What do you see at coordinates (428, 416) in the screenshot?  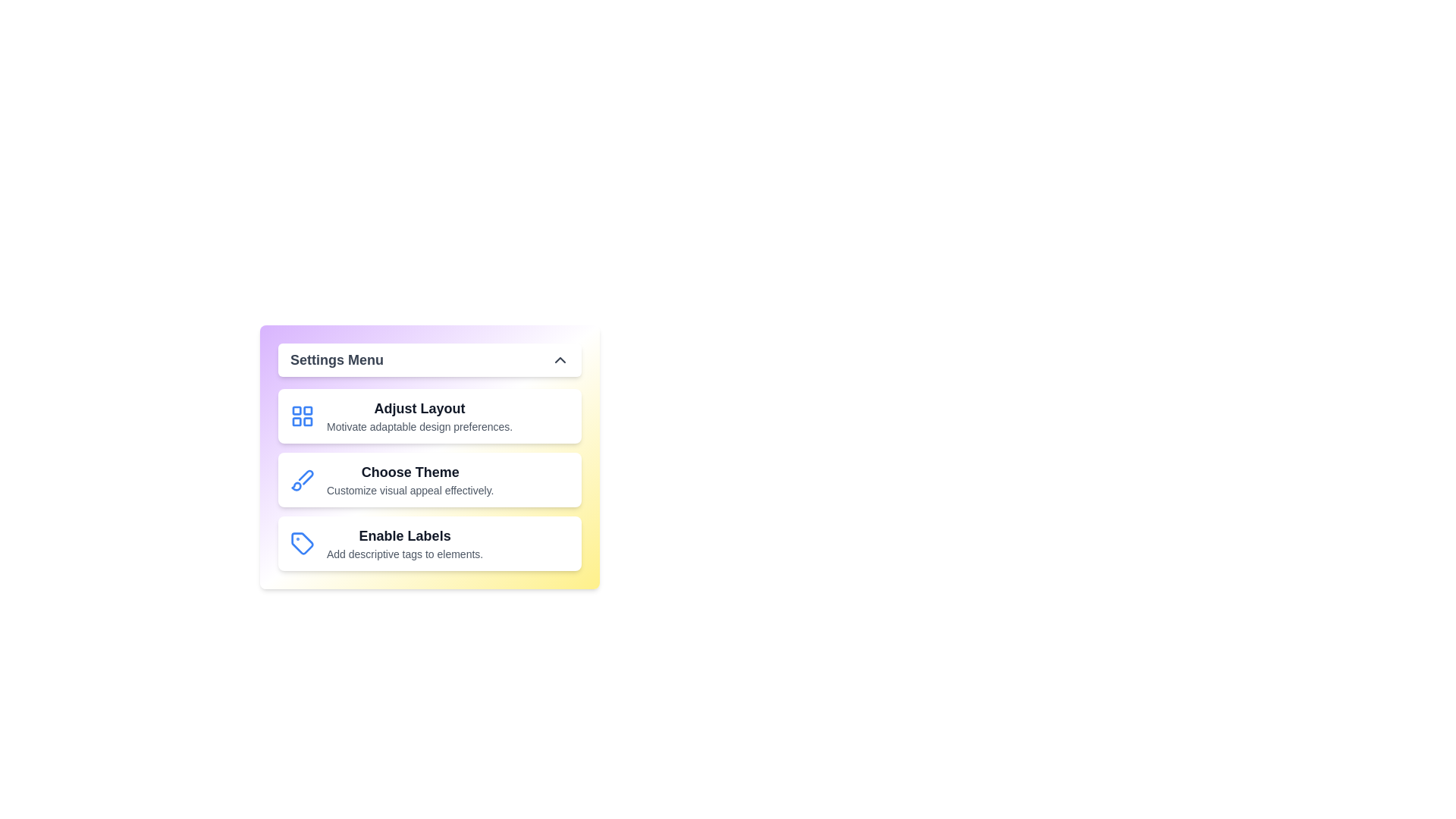 I see `the feature option Adjust Layout from the menu` at bounding box center [428, 416].